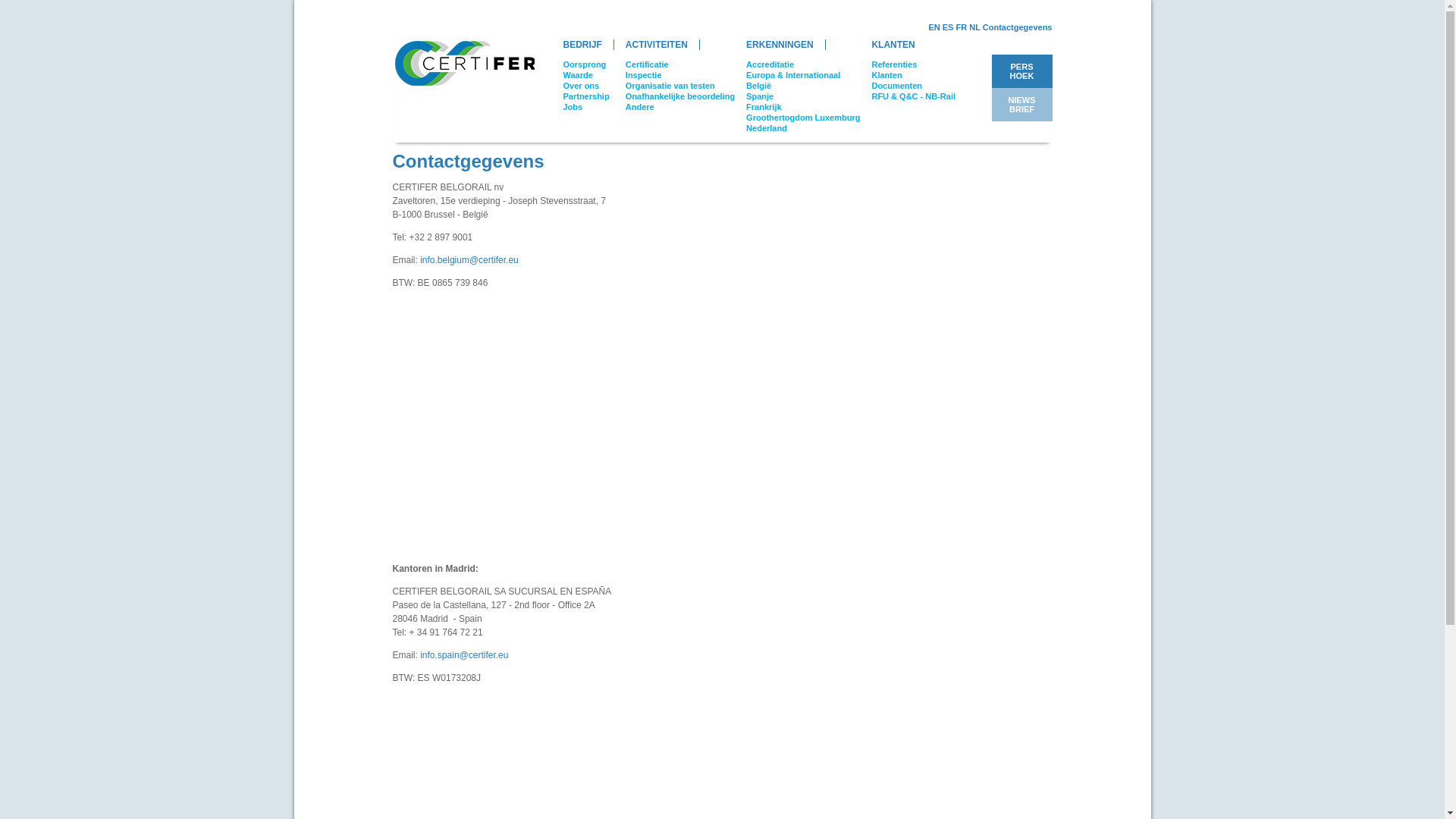 This screenshot has height=819, width=1456. I want to click on 'Accreditatie', so click(745, 63).